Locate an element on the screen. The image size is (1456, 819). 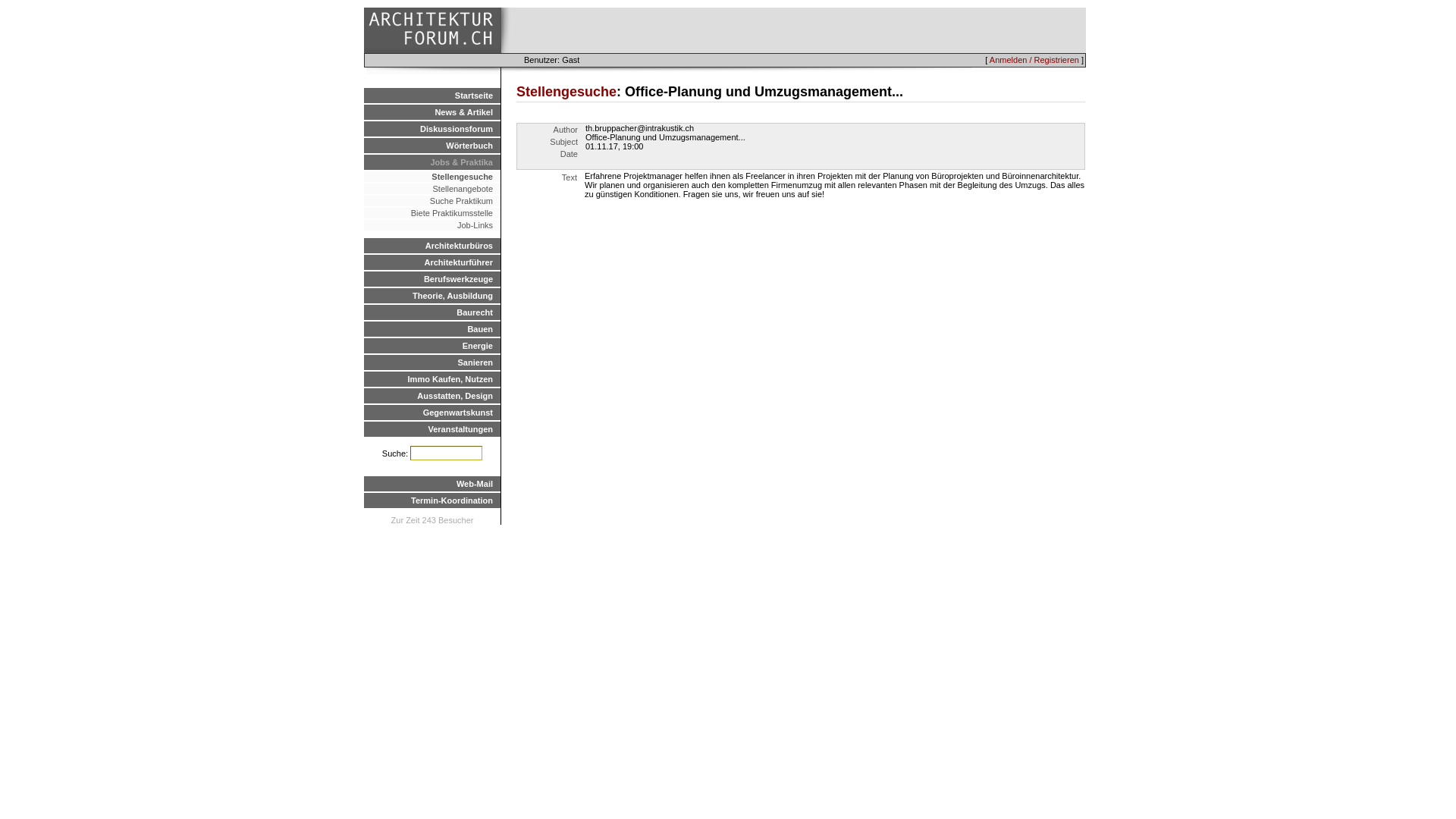
'Theorie, Ausbildung' is located at coordinates (431, 295).